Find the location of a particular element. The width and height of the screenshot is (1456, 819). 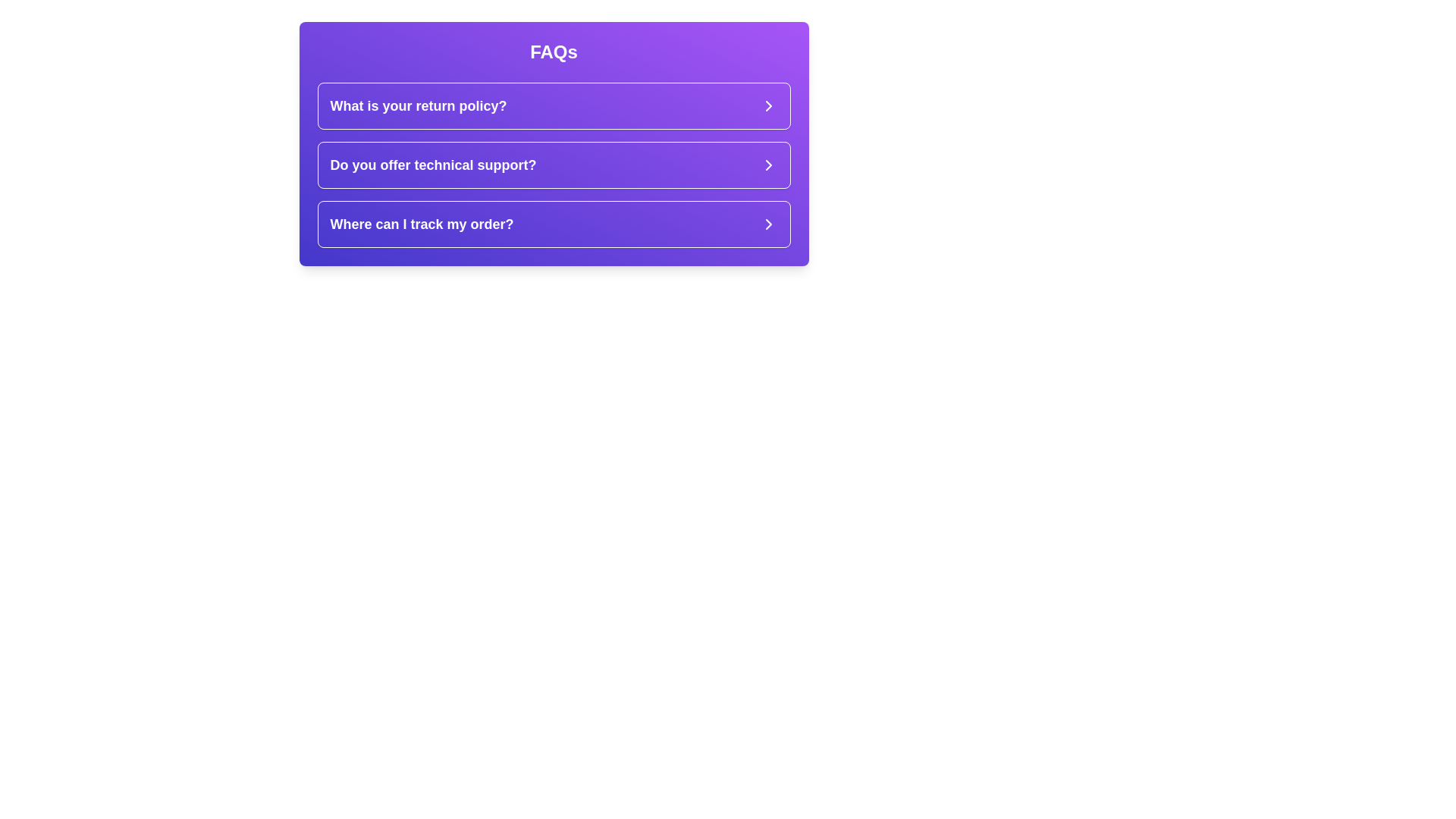

the interactive list item that asks 'Do you offer technical support?' for accessibility navigation is located at coordinates (553, 165).